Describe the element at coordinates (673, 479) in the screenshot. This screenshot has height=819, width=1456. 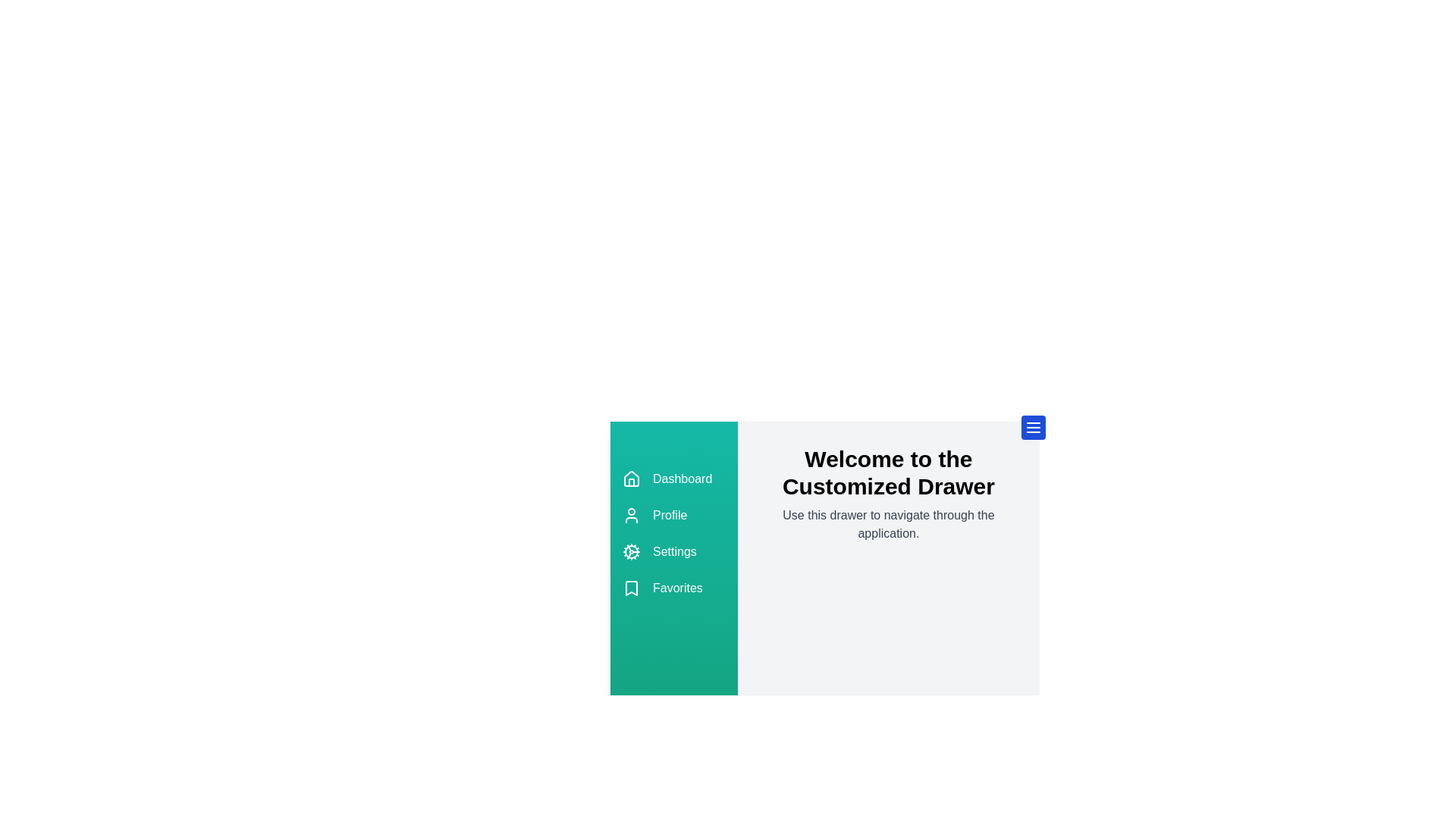
I see `the 'Dashboard' option in the drawer menu` at that location.